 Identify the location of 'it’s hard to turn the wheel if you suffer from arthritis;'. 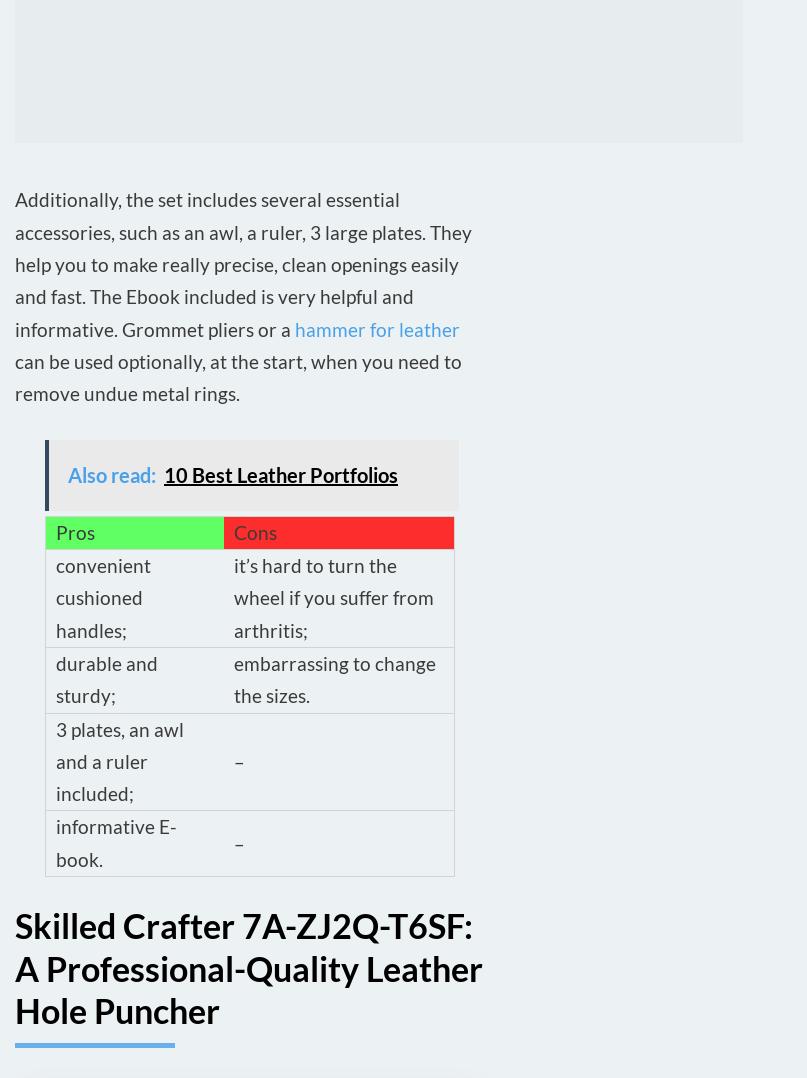
(334, 597).